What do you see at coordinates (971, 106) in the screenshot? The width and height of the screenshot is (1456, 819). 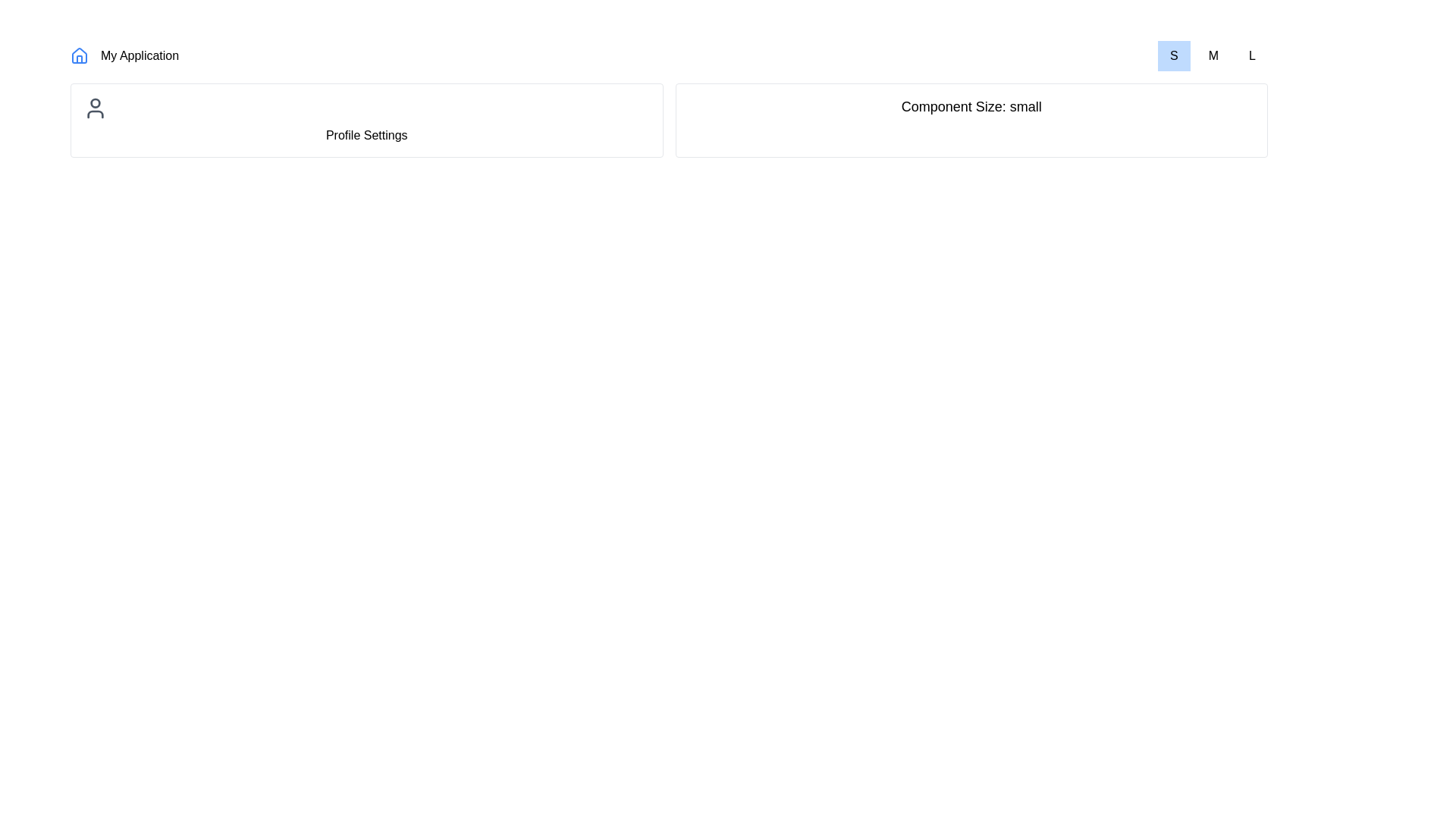 I see `the text element displaying 'small'` at bounding box center [971, 106].